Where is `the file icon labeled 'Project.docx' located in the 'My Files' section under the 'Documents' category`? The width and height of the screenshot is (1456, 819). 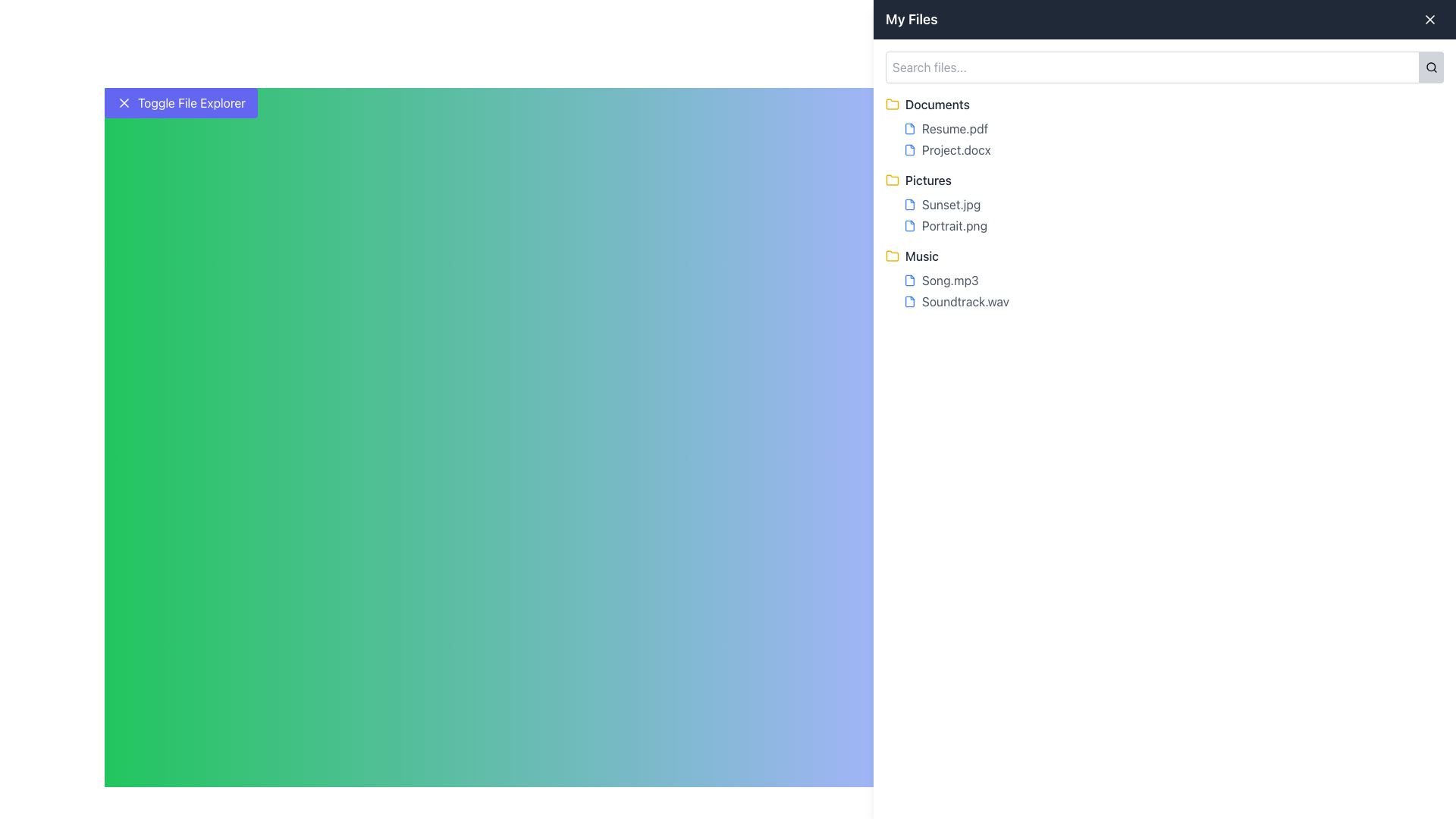 the file icon labeled 'Project.docx' located in the 'My Files' section under the 'Documents' category is located at coordinates (910, 149).